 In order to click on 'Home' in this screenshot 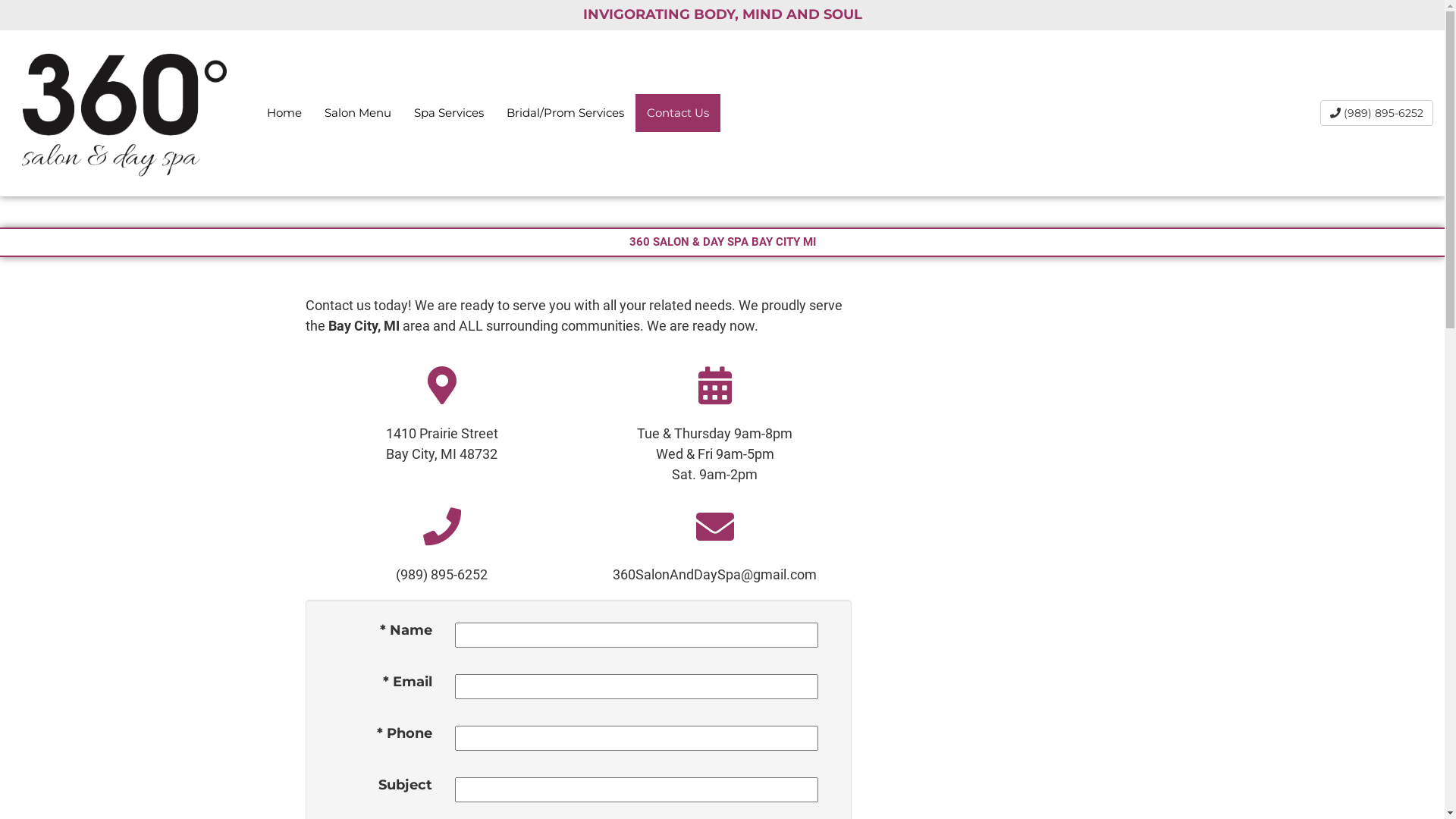, I will do `click(255, 112)`.